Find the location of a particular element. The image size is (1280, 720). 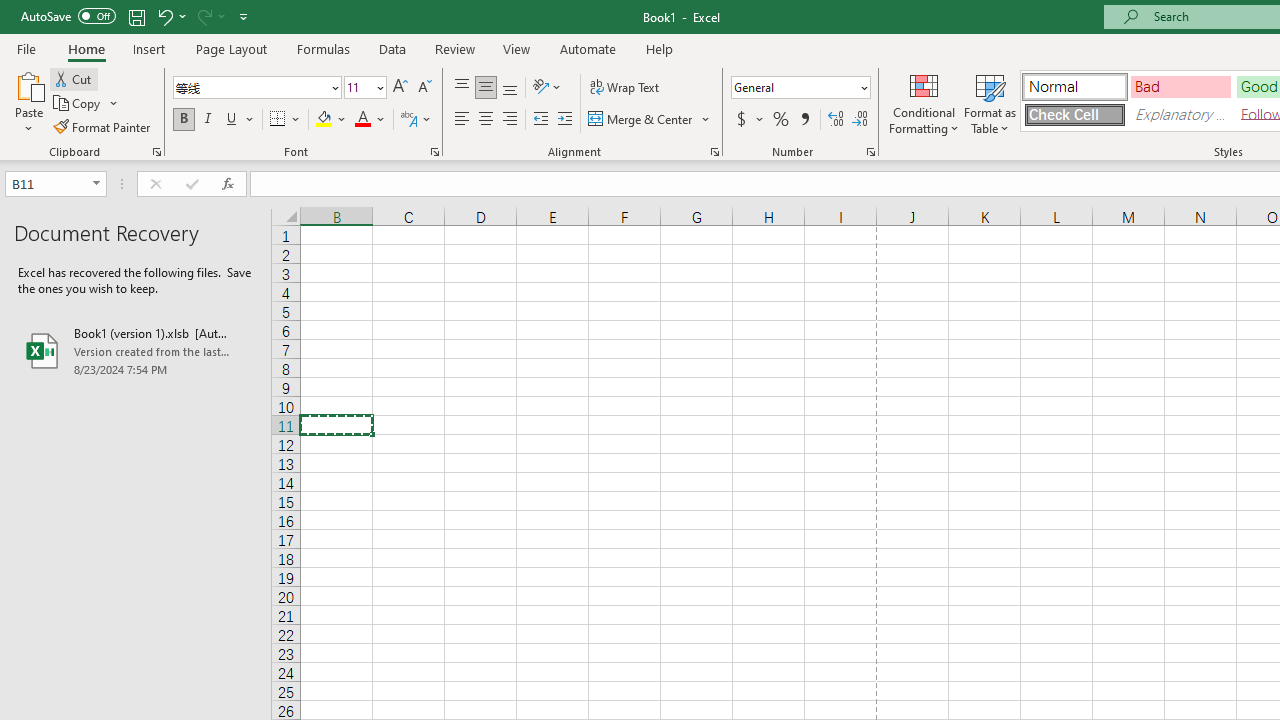

'Orientation' is located at coordinates (547, 86).